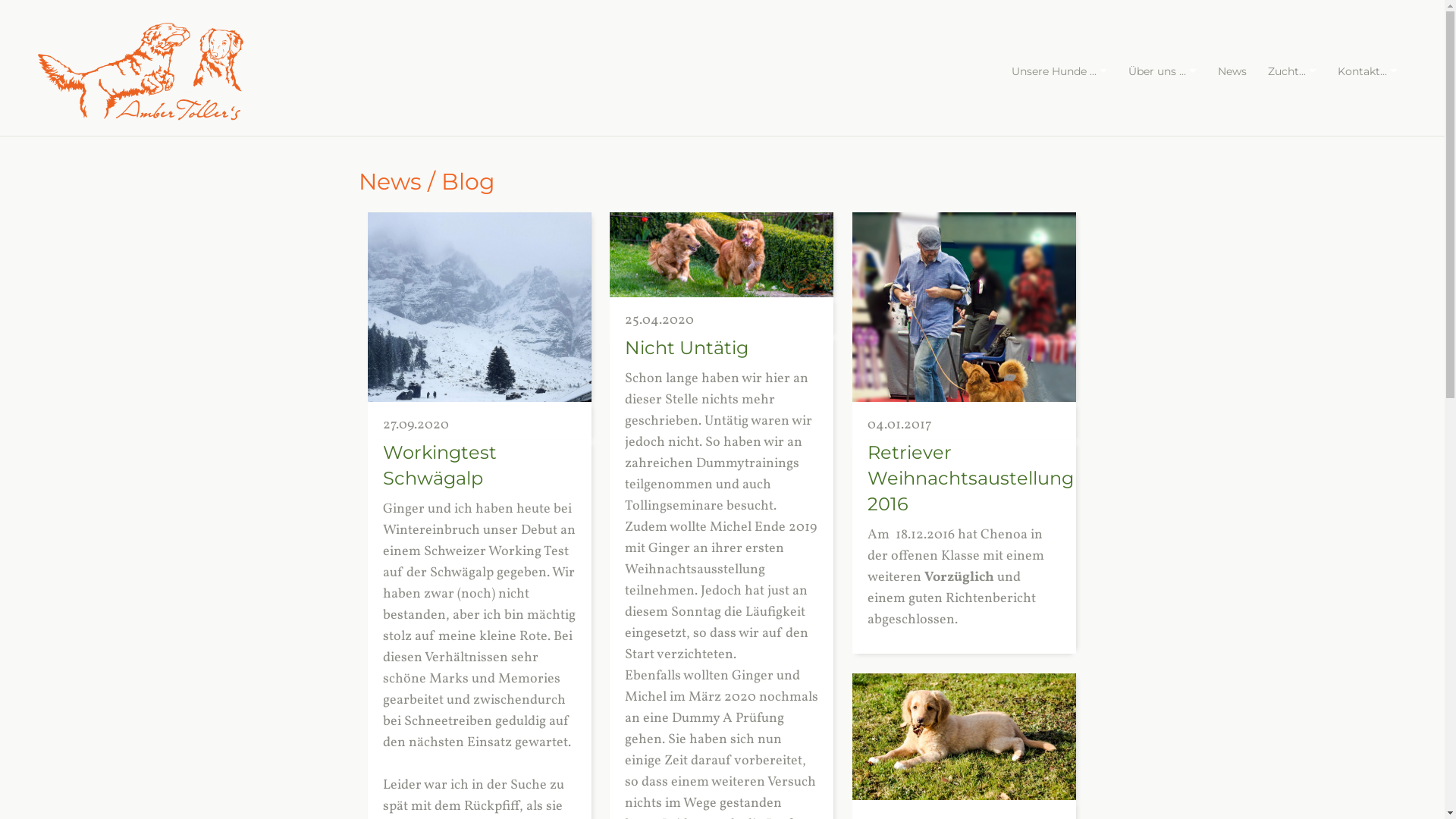 This screenshot has width=1456, height=819. Describe the element at coordinates (140, 71) in the screenshot. I see `'Amber Toller's'` at that location.